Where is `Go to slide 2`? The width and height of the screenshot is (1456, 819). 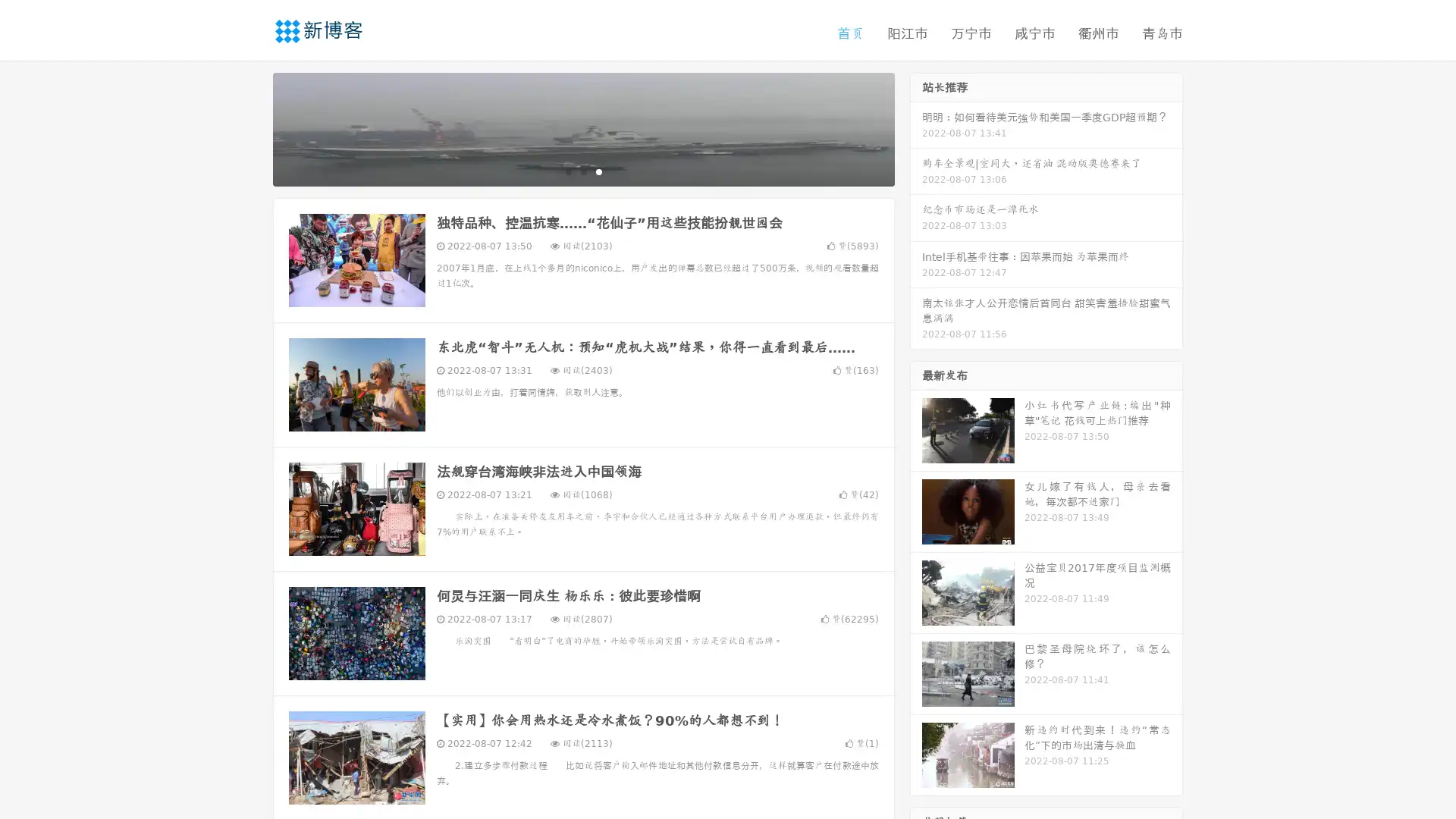 Go to slide 2 is located at coordinates (582, 171).